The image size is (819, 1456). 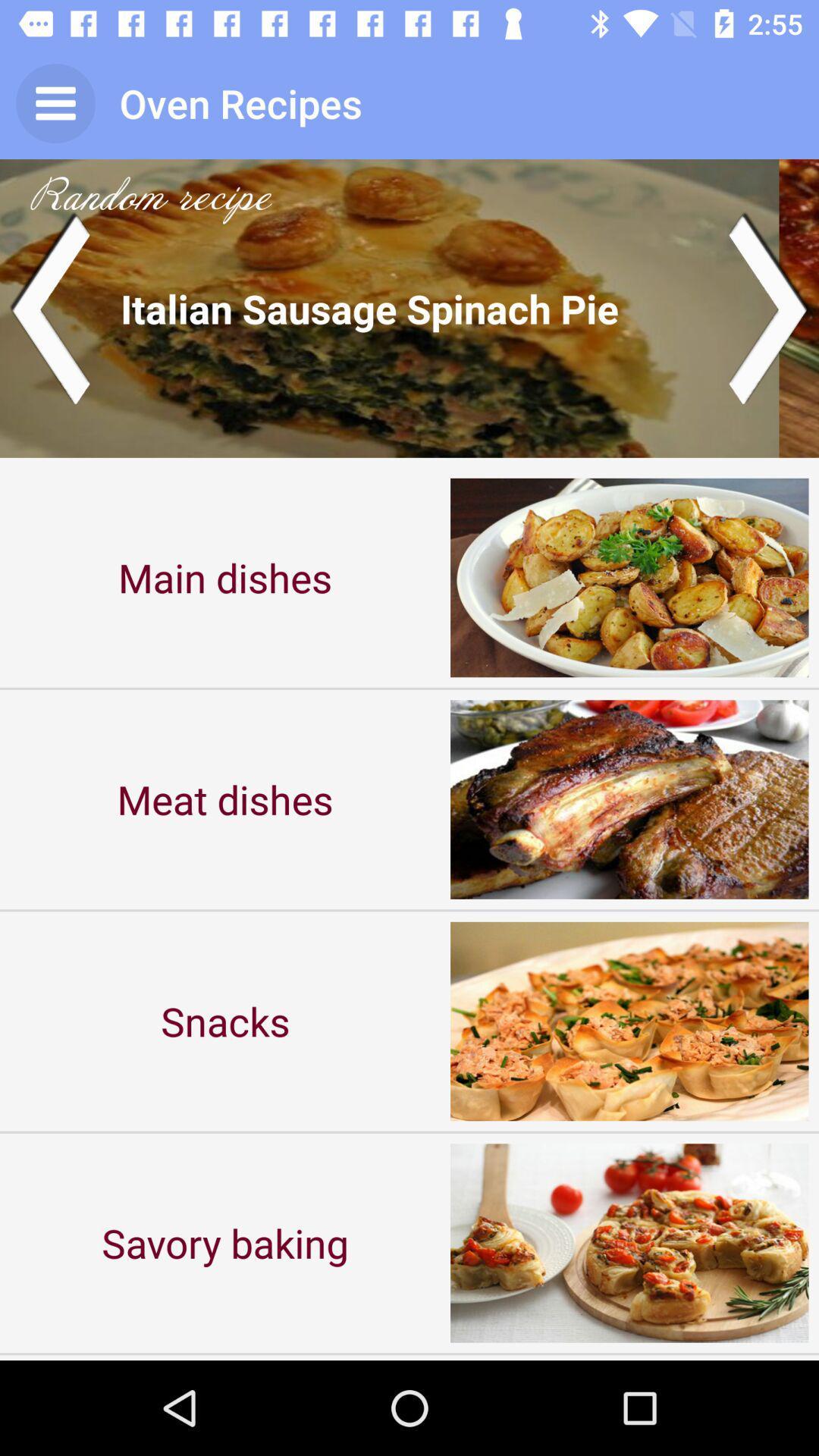 I want to click on app to the left of the oven recipes, so click(x=55, y=102).